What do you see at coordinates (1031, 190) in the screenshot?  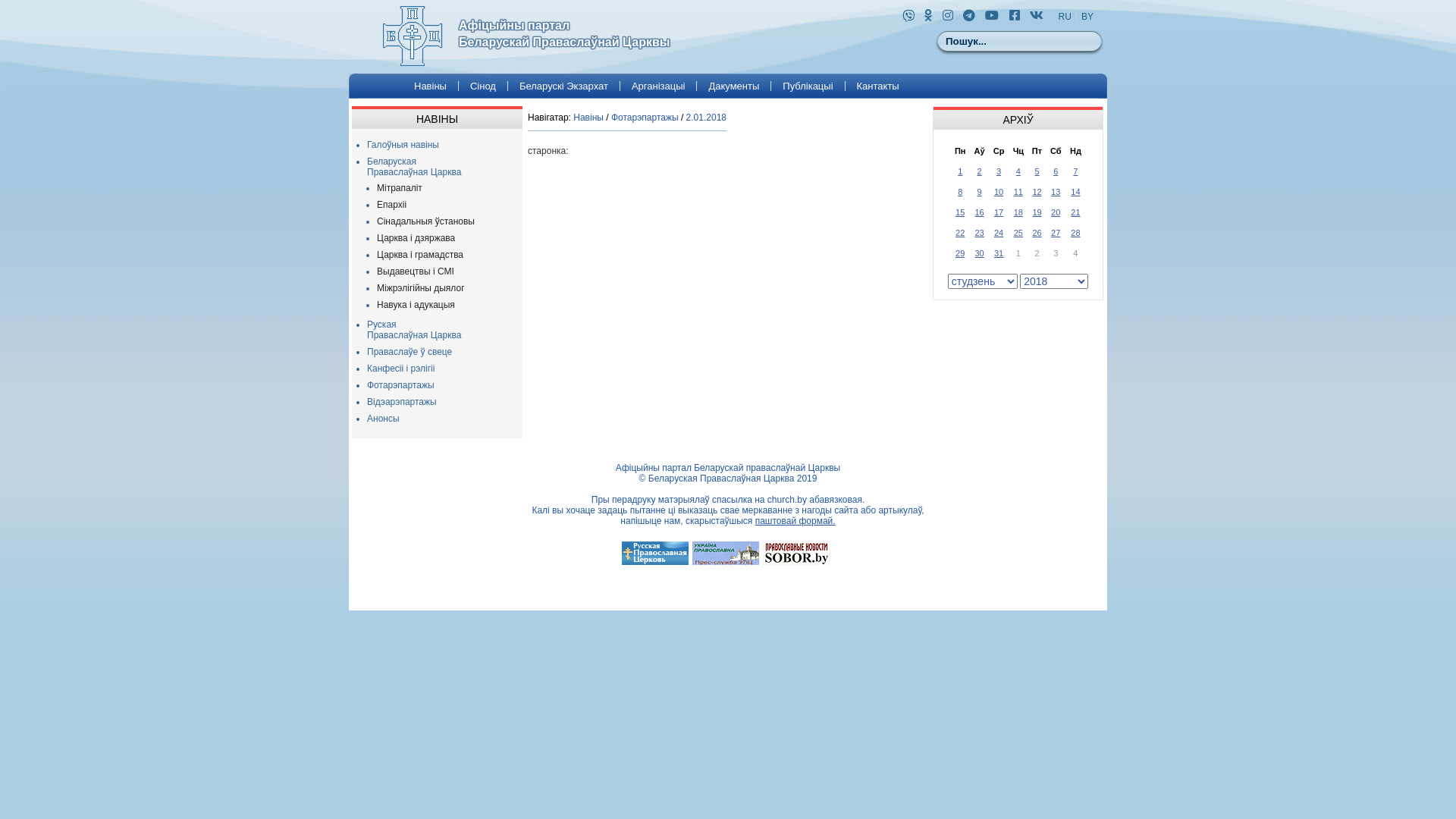 I see `'12'` at bounding box center [1031, 190].